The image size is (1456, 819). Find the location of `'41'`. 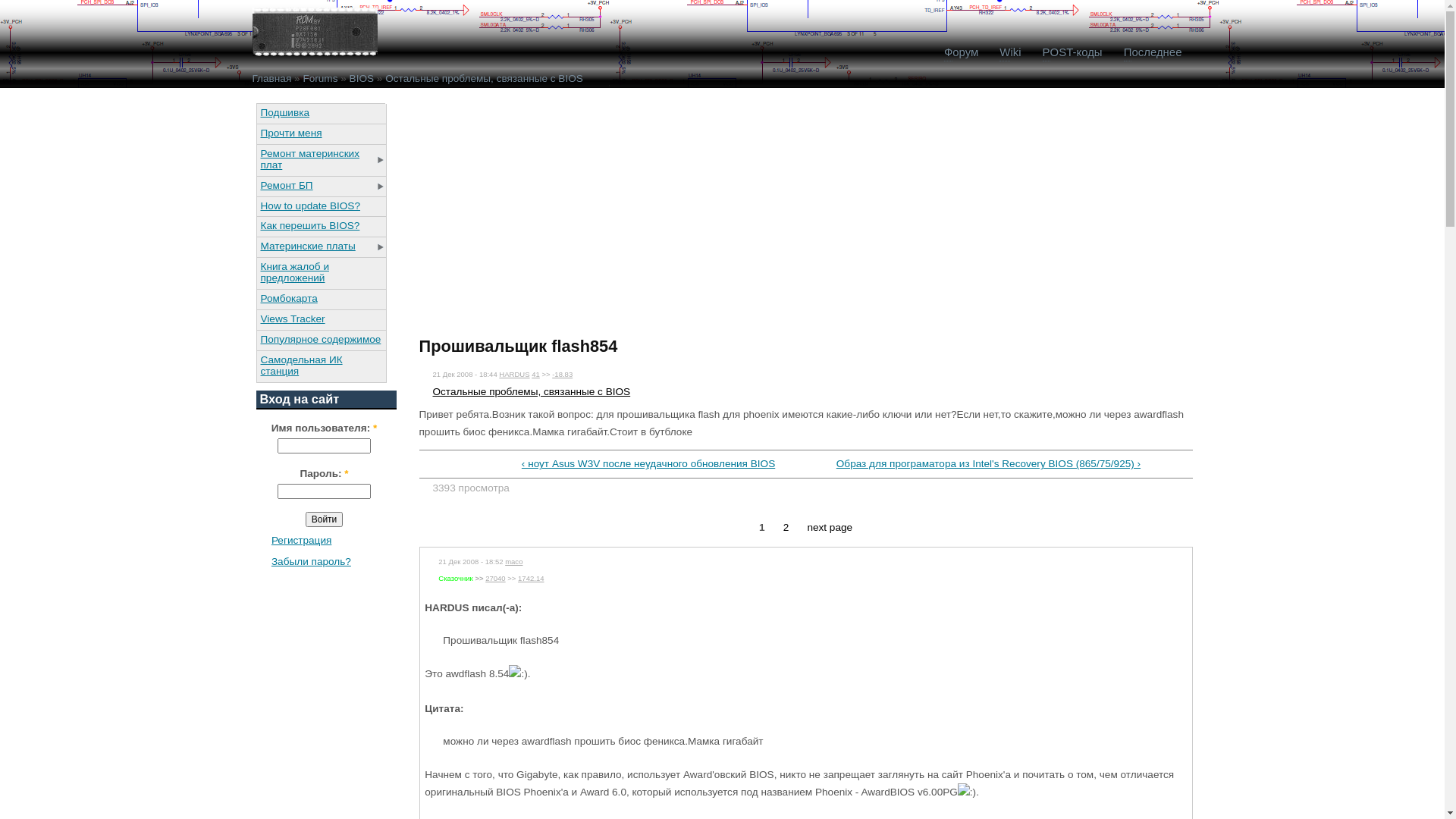

'41' is located at coordinates (535, 374).